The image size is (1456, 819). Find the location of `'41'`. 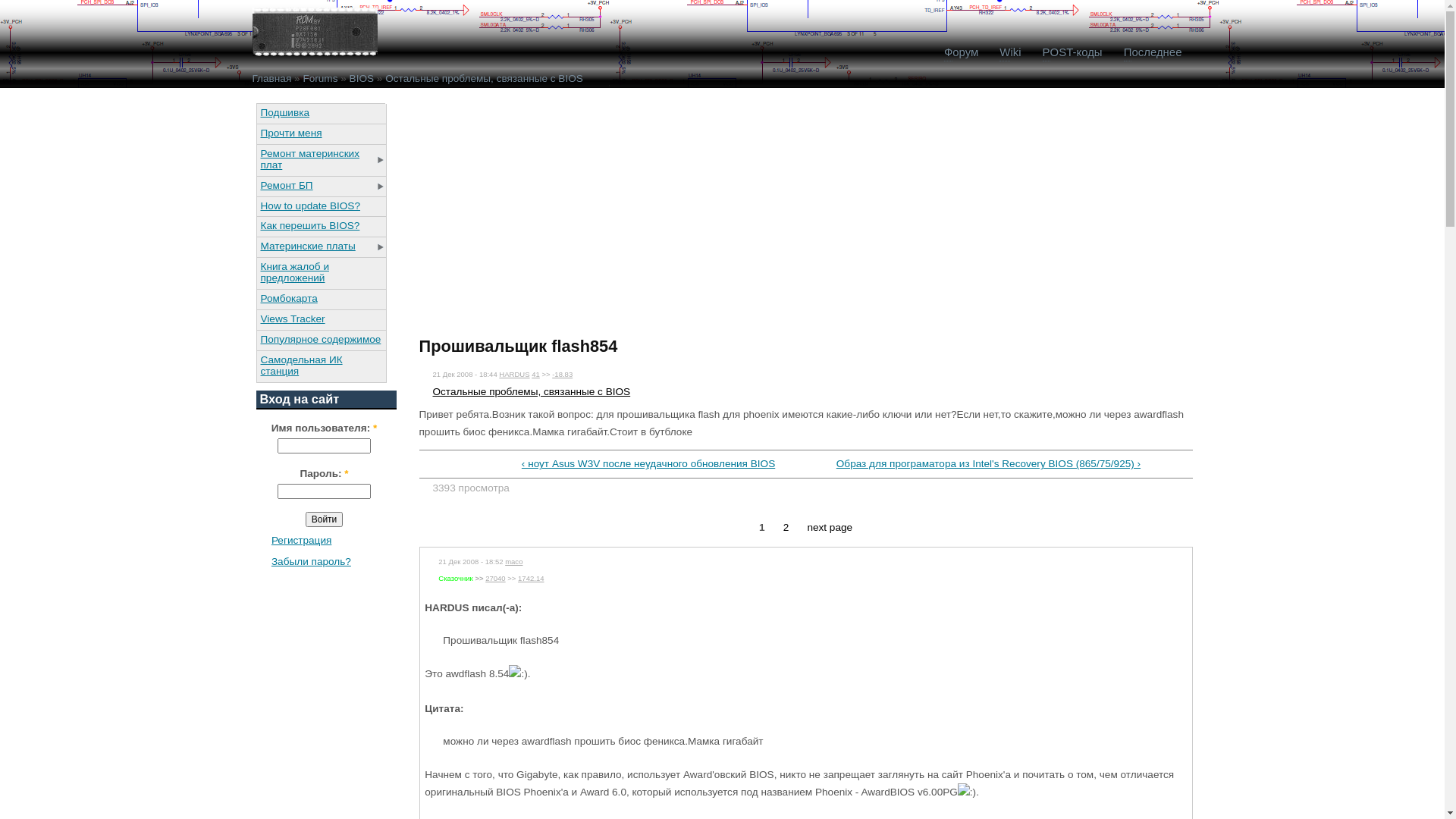

'41' is located at coordinates (535, 374).